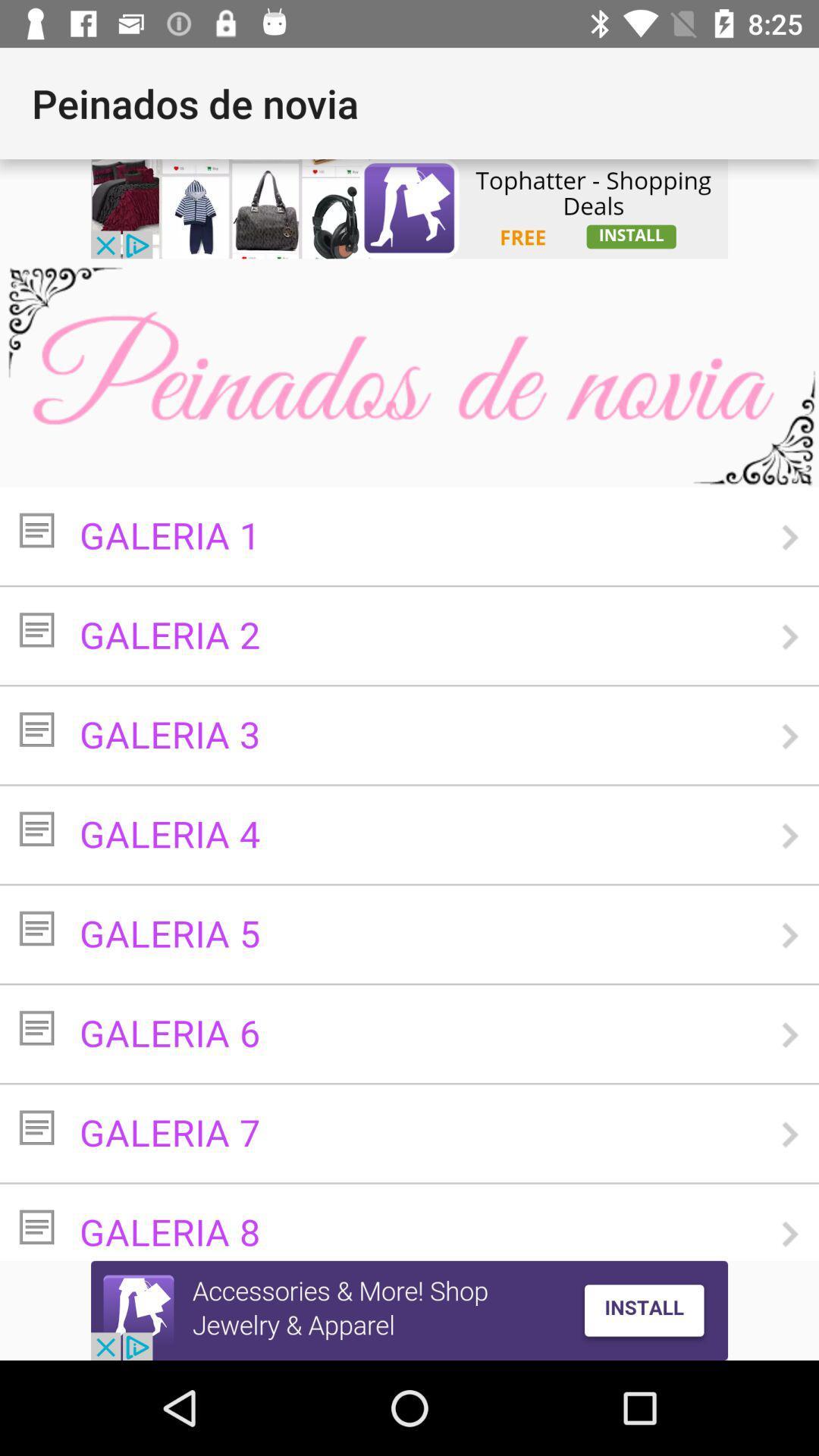 The image size is (819, 1456). Describe the element at coordinates (409, 1310) in the screenshot. I see `advertisement` at that location.